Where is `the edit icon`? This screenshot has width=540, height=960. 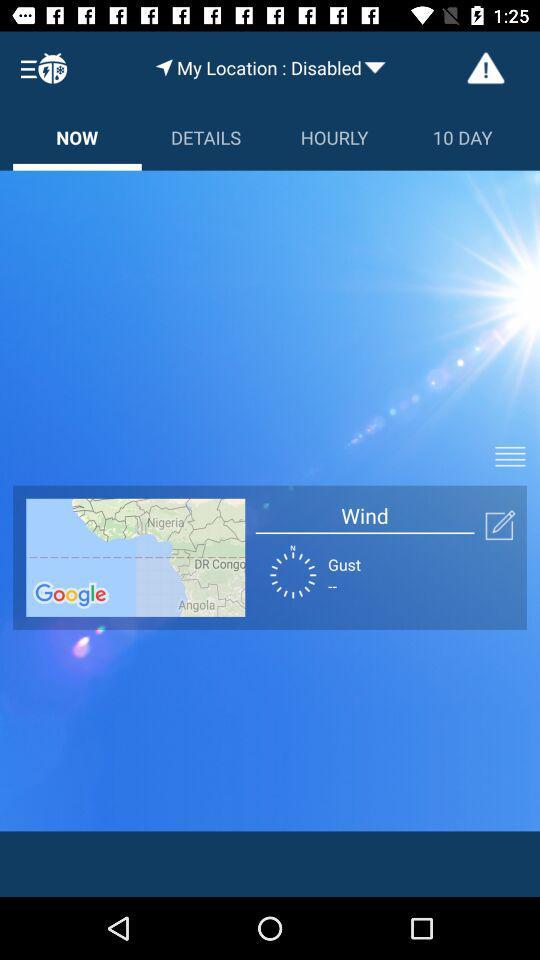 the edit icon is located at coordinates (499, 524).